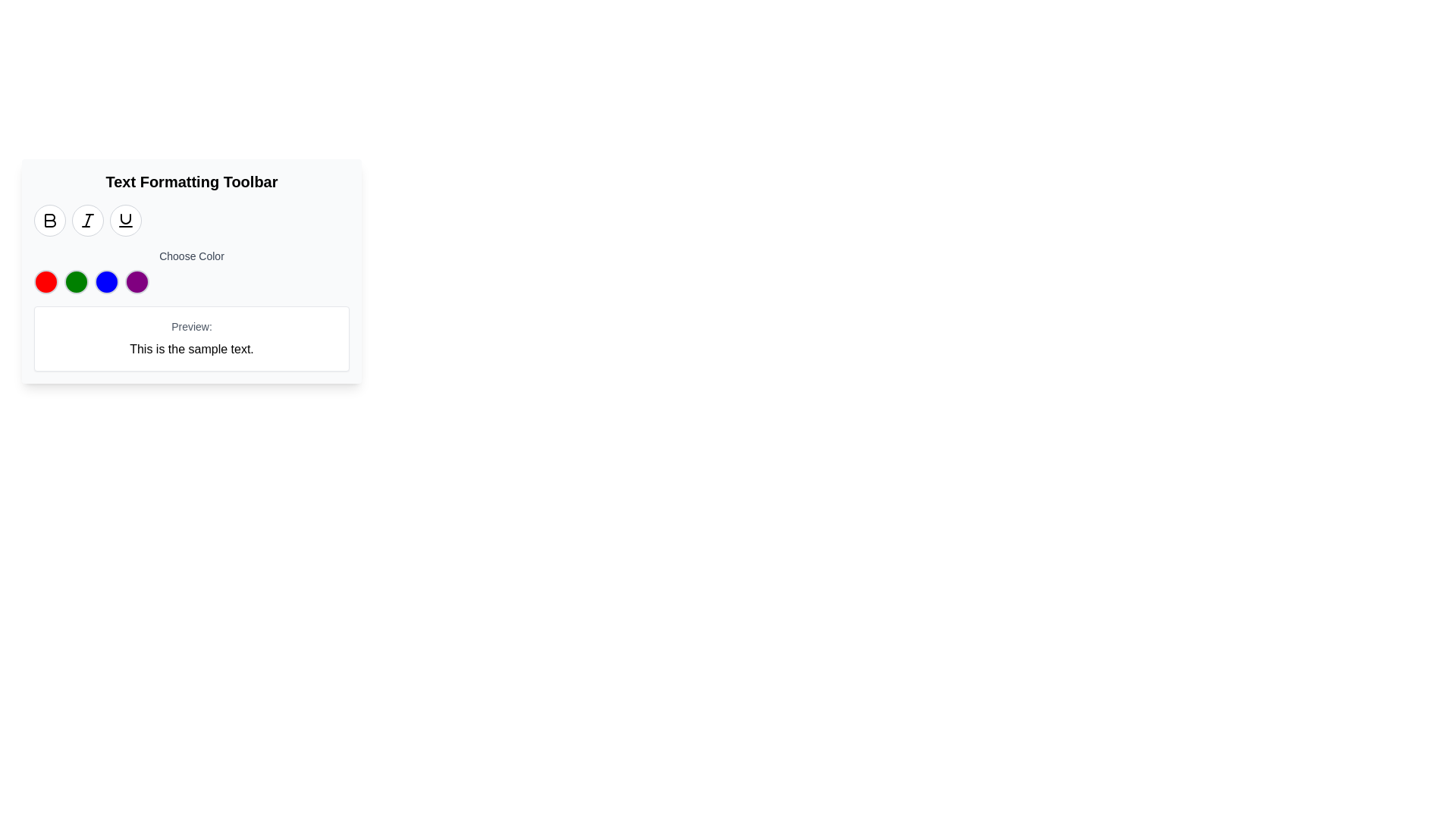 The height and width of the screenshot is (819, 1456). What do you see at coordinates (191, 256) in the screenshot?
I see `the 'Choose Color' text label, which is a medium-sized gray textual label located in the upper-center of the Text Formatting Toolbar section` at bounding box center [191, 256].